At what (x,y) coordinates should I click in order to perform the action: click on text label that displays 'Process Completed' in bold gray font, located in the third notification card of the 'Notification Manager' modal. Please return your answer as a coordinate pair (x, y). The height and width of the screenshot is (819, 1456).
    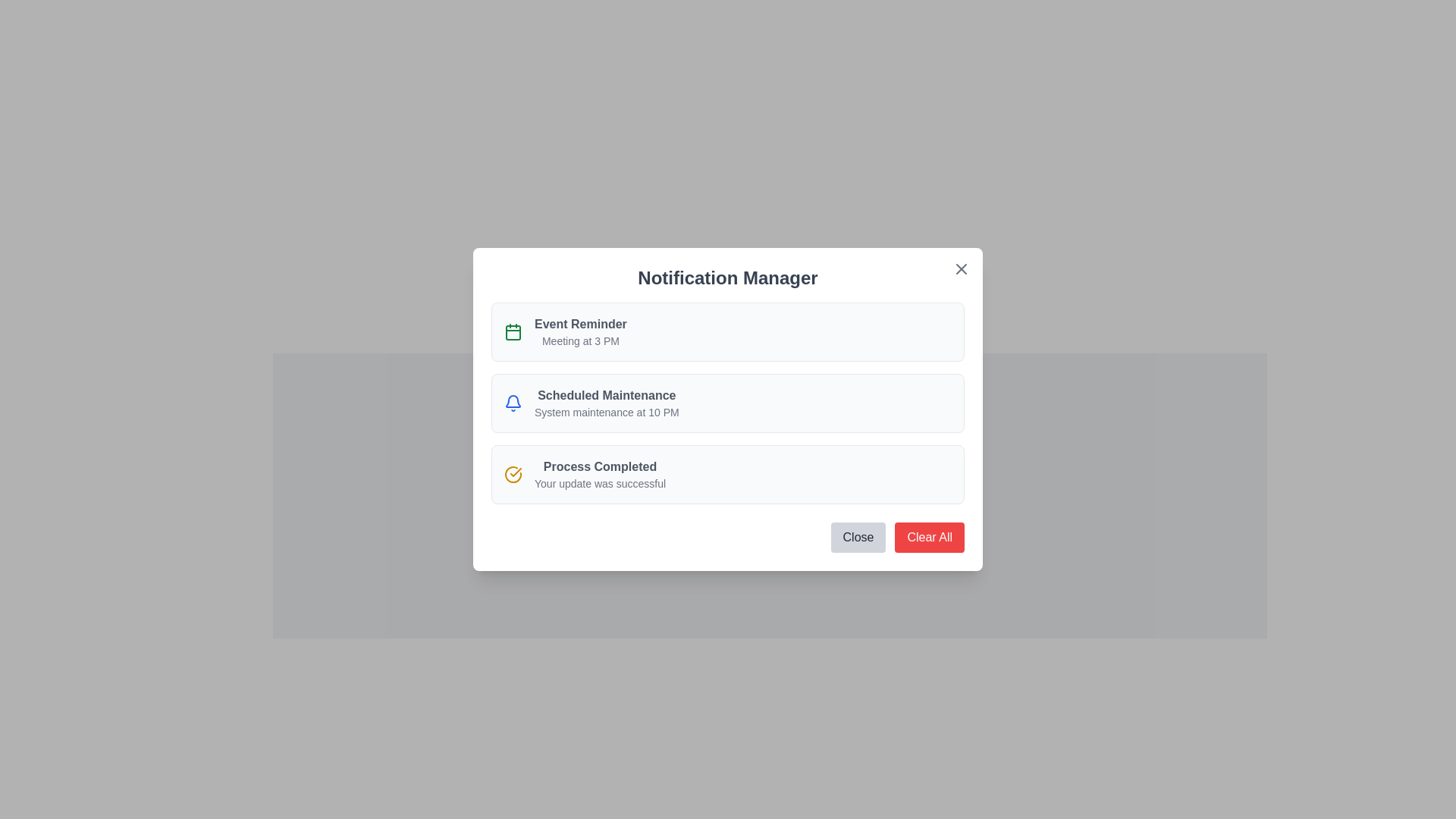
    Looking at the image, I should click on (599, 466).